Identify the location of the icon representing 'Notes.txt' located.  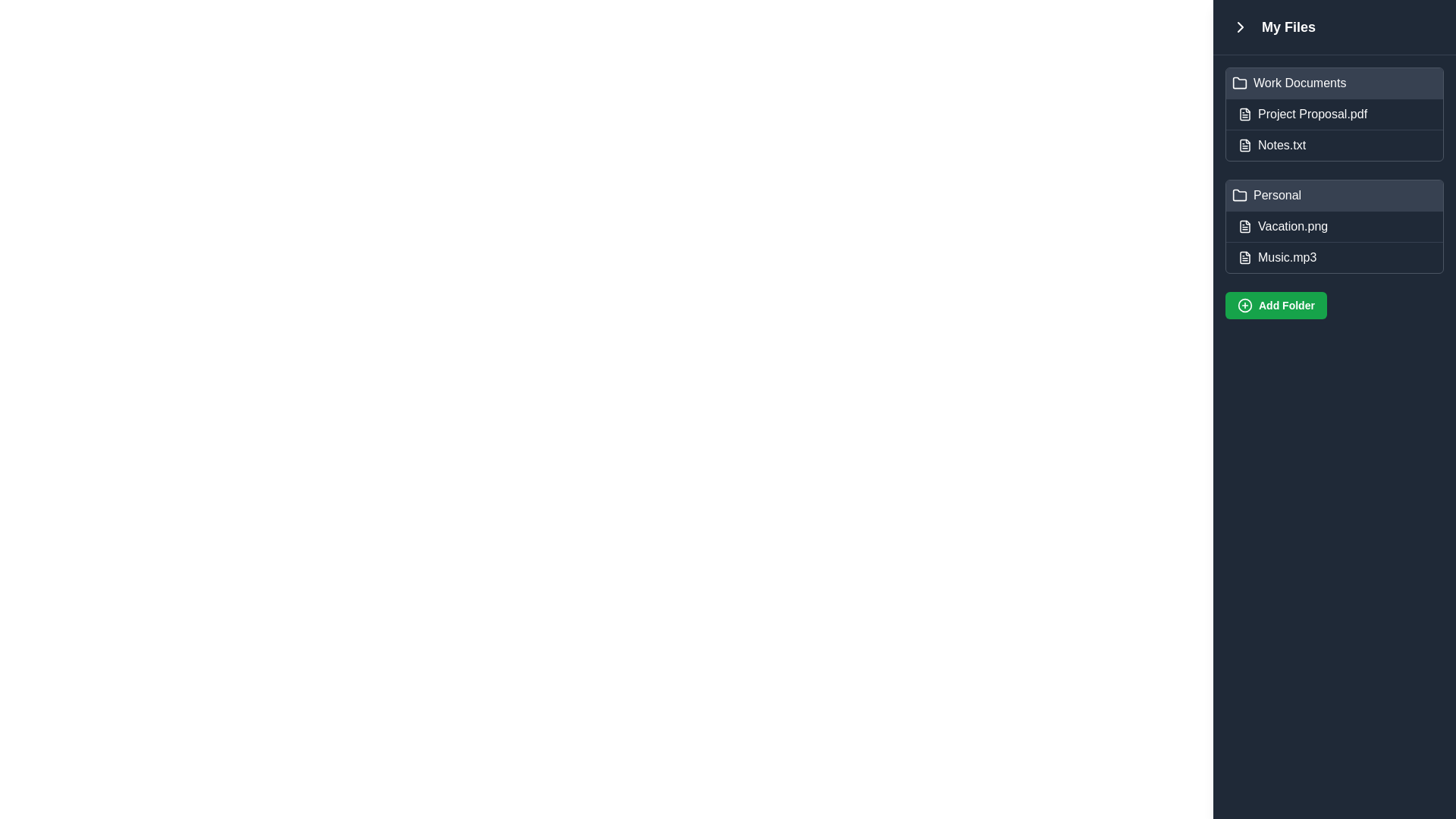
(1244, 146).